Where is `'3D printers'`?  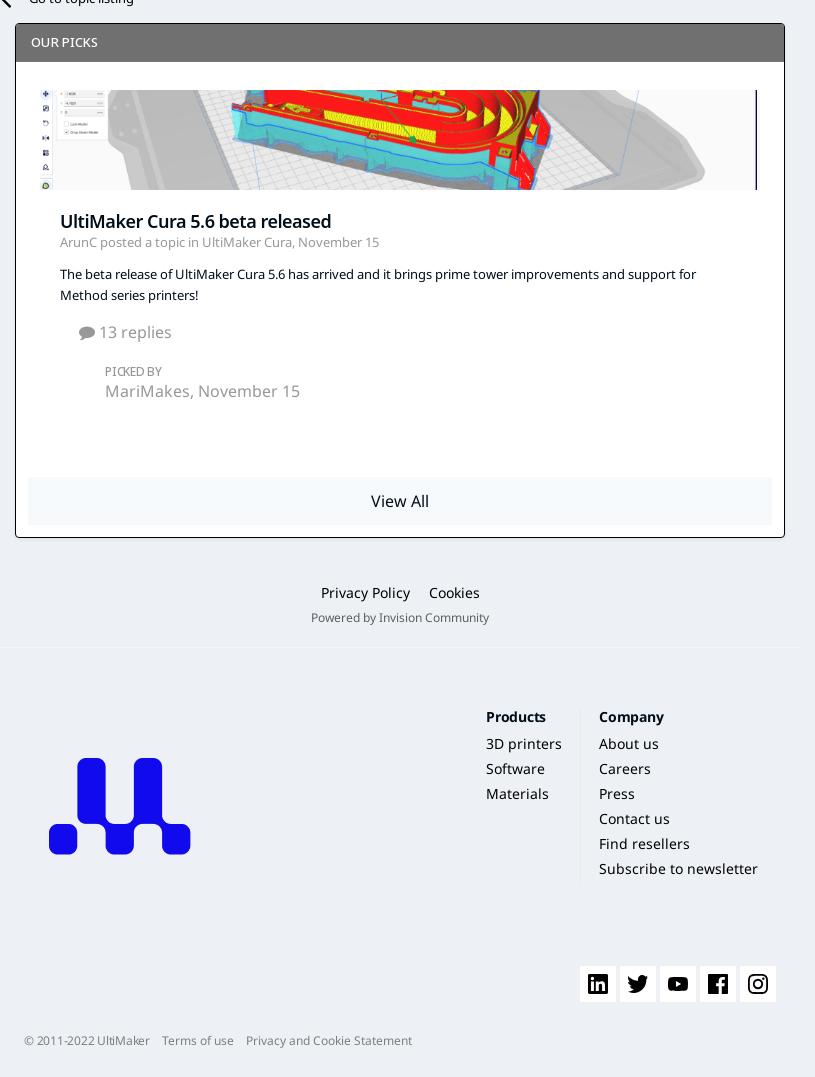
'3D printers' is located at coordinates (523, 742).